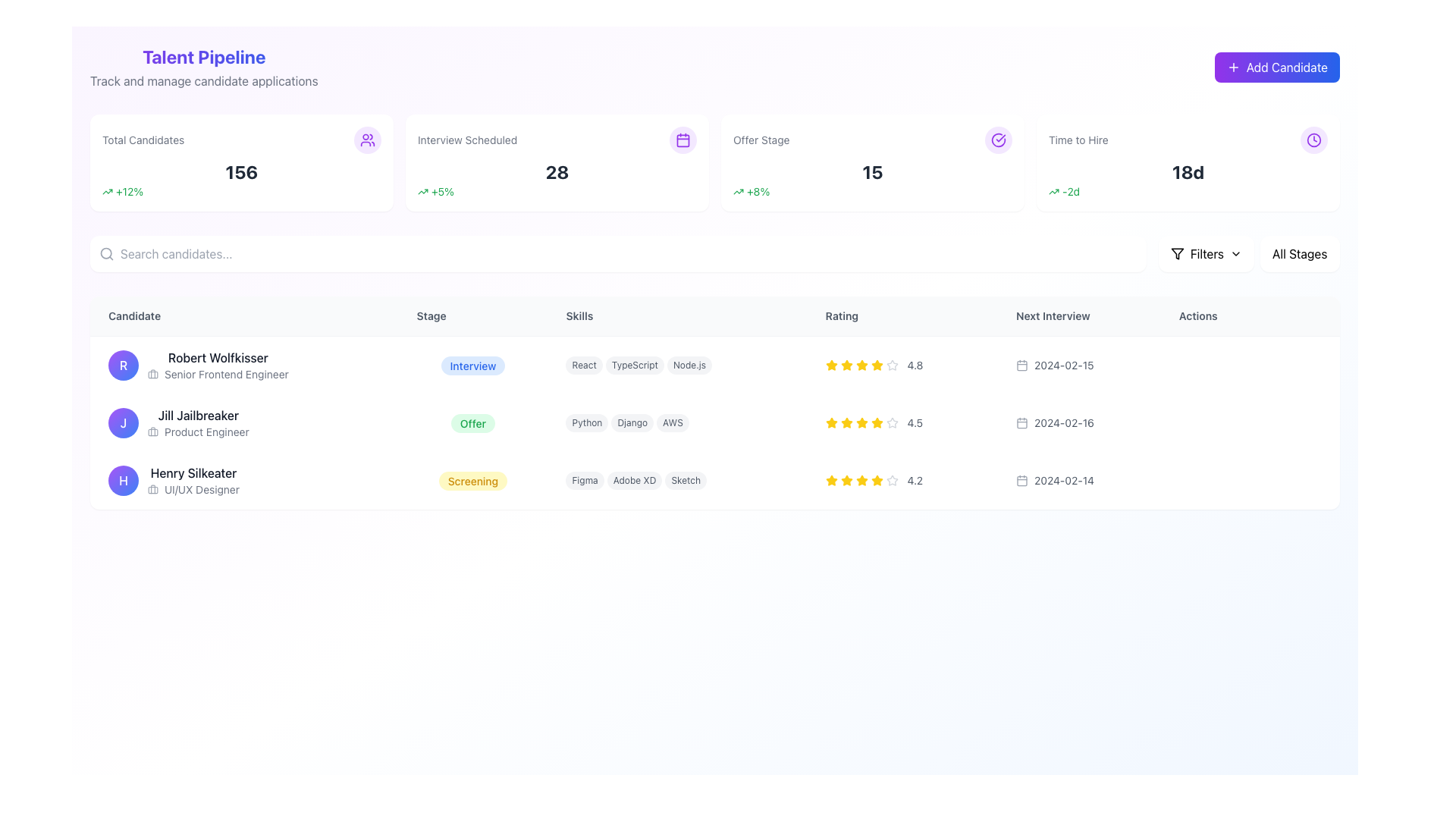  What do you see at coordinates (1223, 423) in the screenshot?
I see `the call button for the candidate Jill Jailbreaker, which is the second action button in the Actions column` at bounding box center [1223, 423].